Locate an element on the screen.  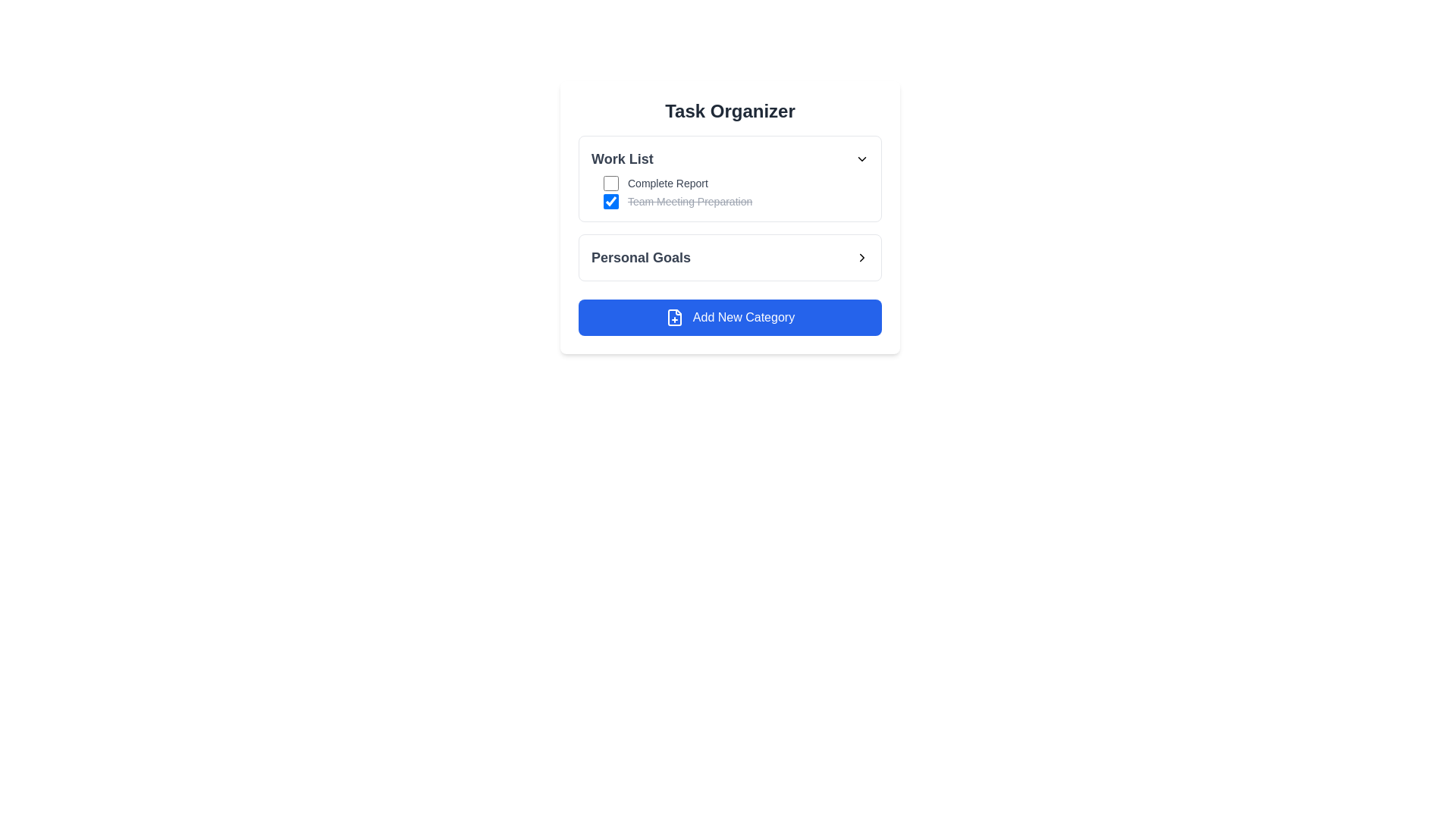
the List with action items and checkable elements is located at coordinates (730, 208).